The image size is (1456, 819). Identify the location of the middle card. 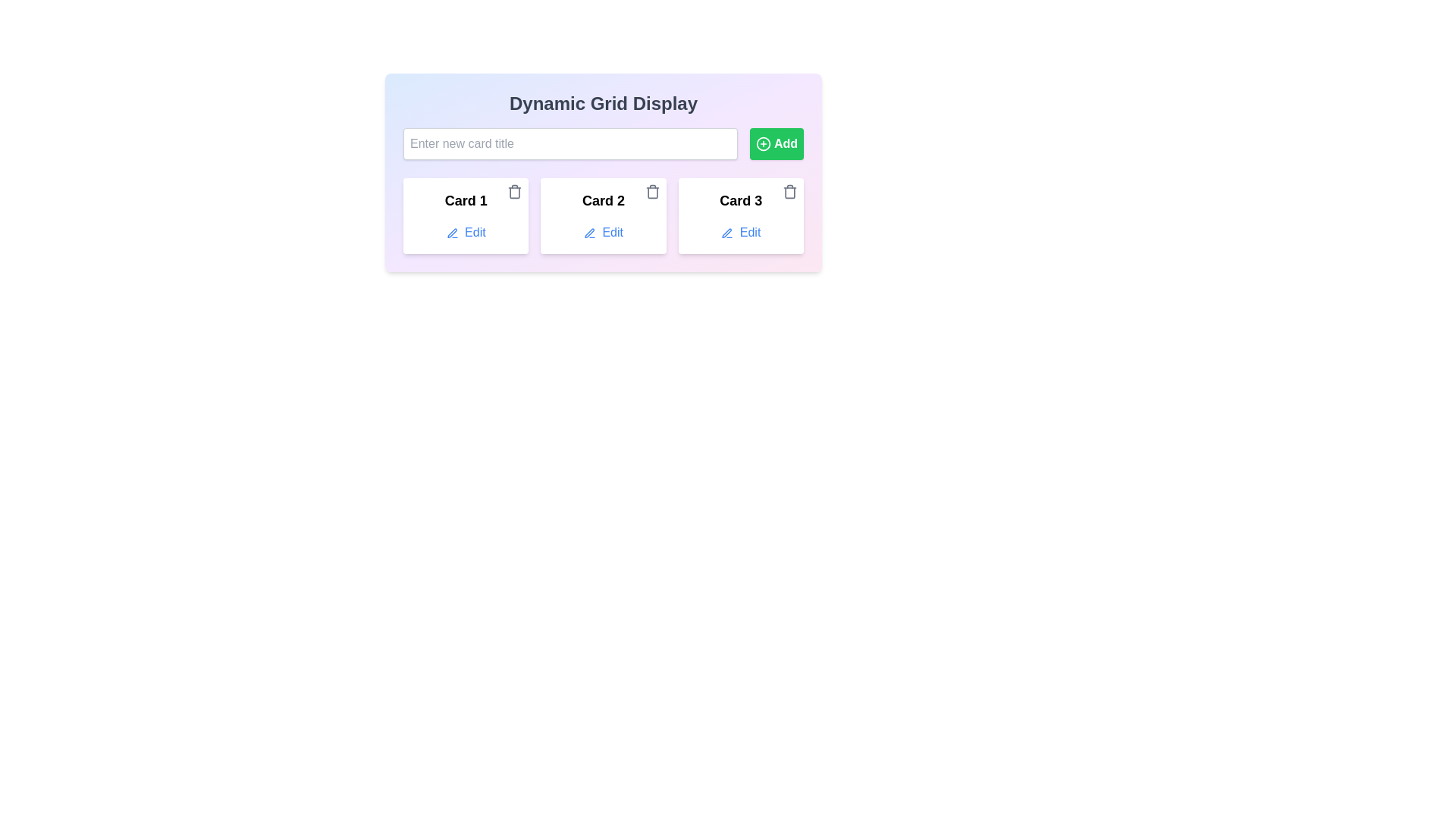
(603, 216).